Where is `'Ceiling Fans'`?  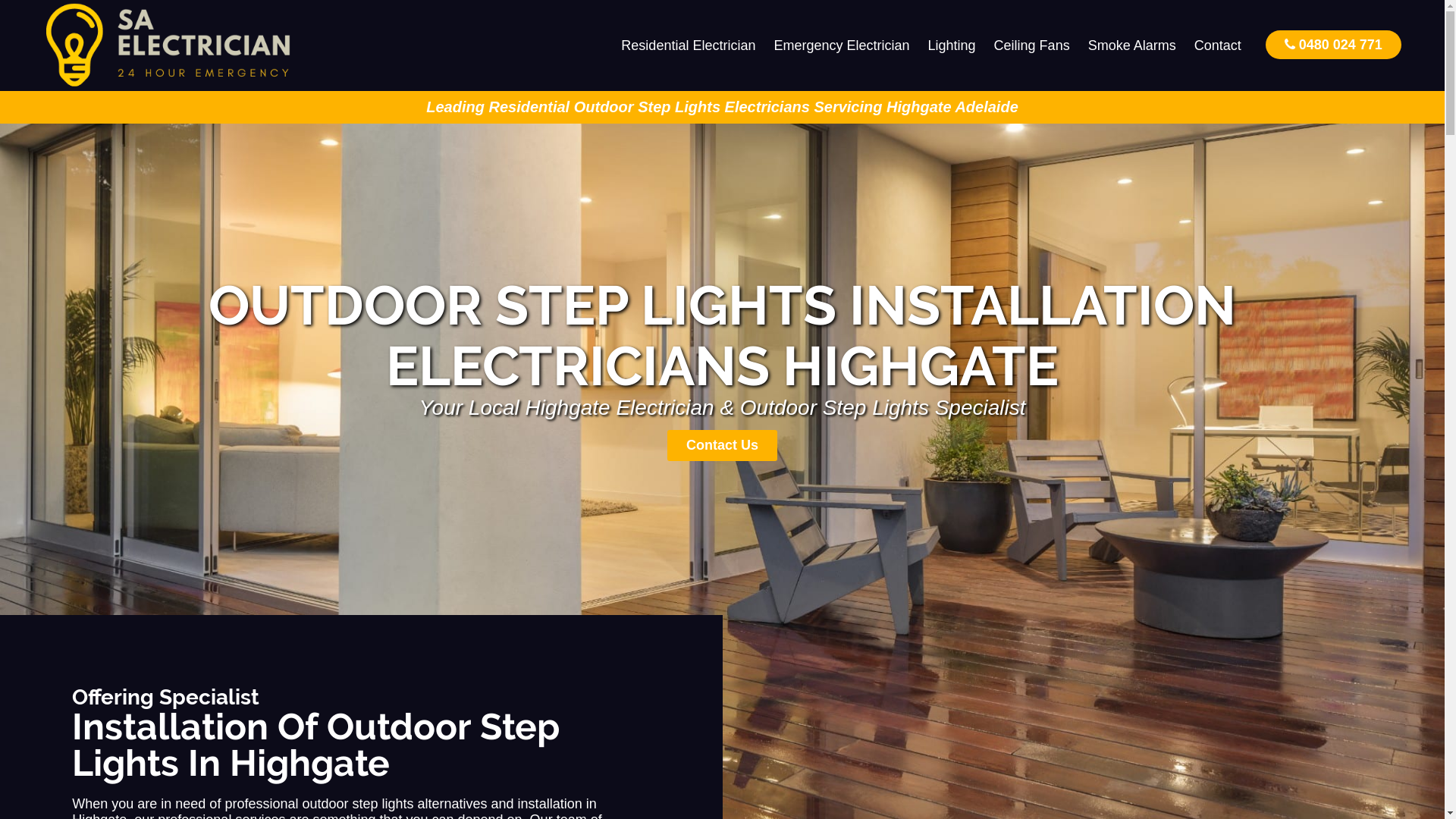 'Ceiling Fans' is located at coordinates (1031, 45).